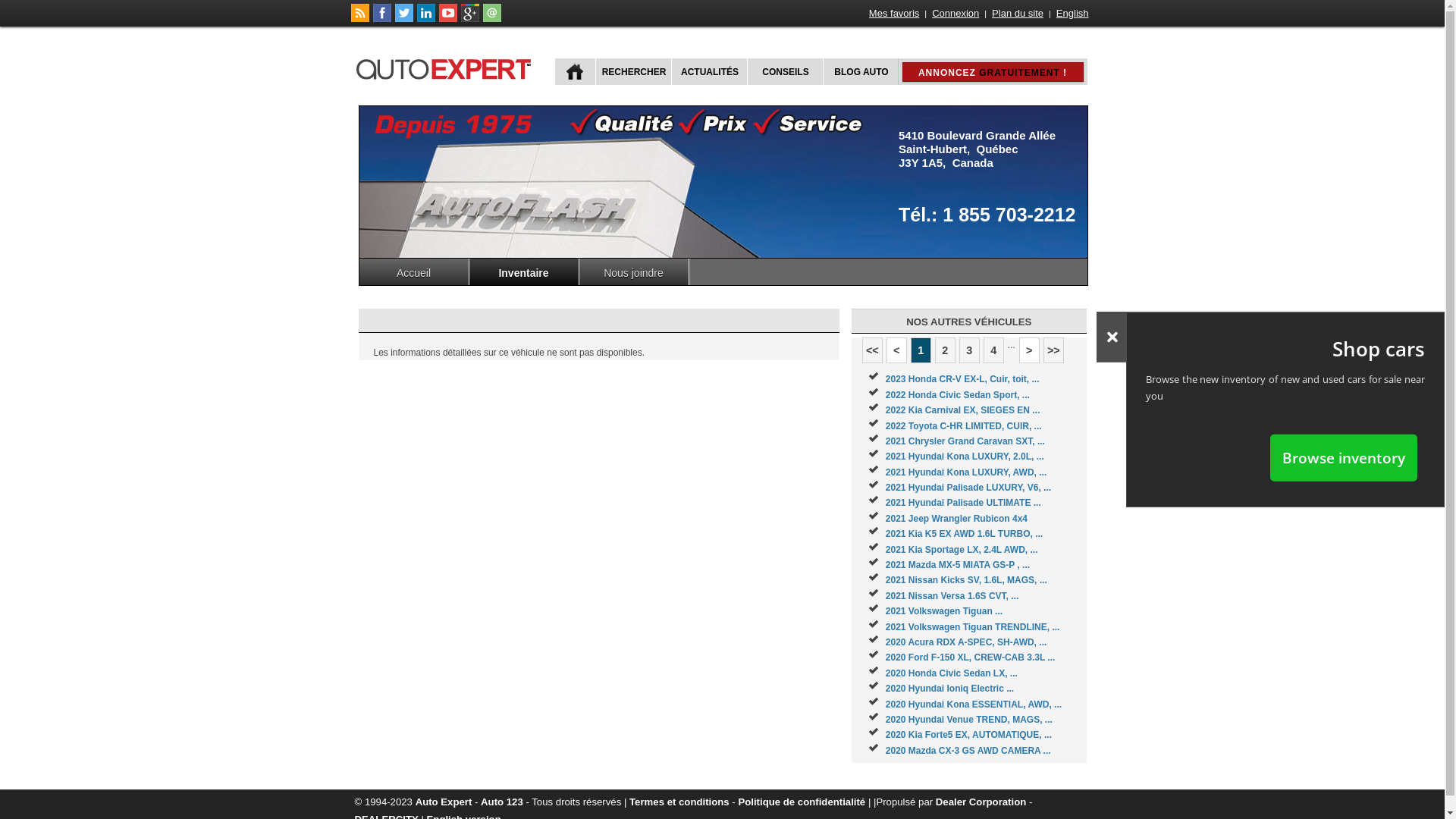  Describe the element at coordinates (983, 350) in the screenshot. I see `'4'` at that location.